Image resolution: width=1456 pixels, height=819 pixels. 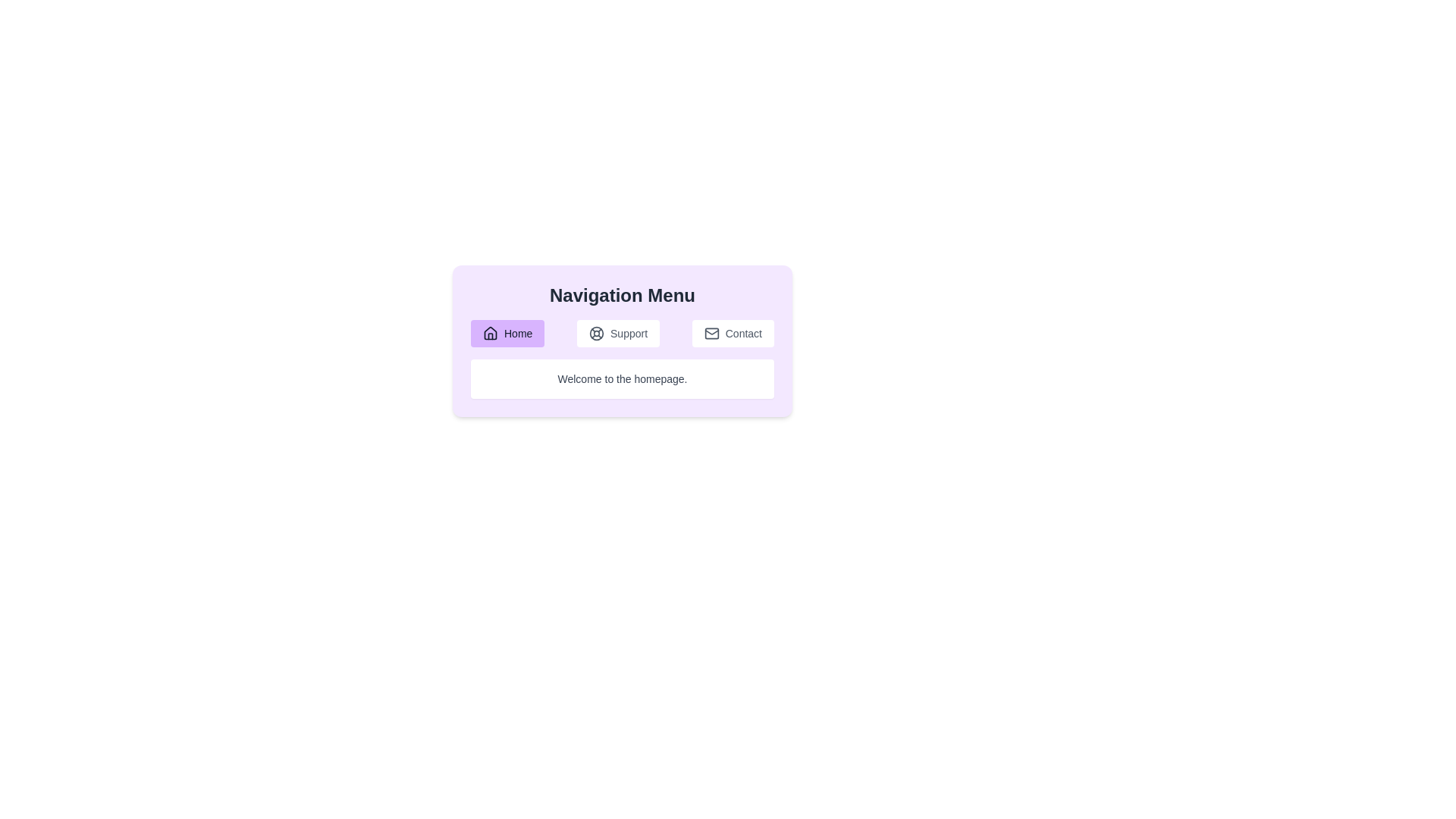 What do you see at coordinates (491, 332) in the screenshot?
I see `the 'Home' icon in the navigation menu` at bounding box center [491, 332].